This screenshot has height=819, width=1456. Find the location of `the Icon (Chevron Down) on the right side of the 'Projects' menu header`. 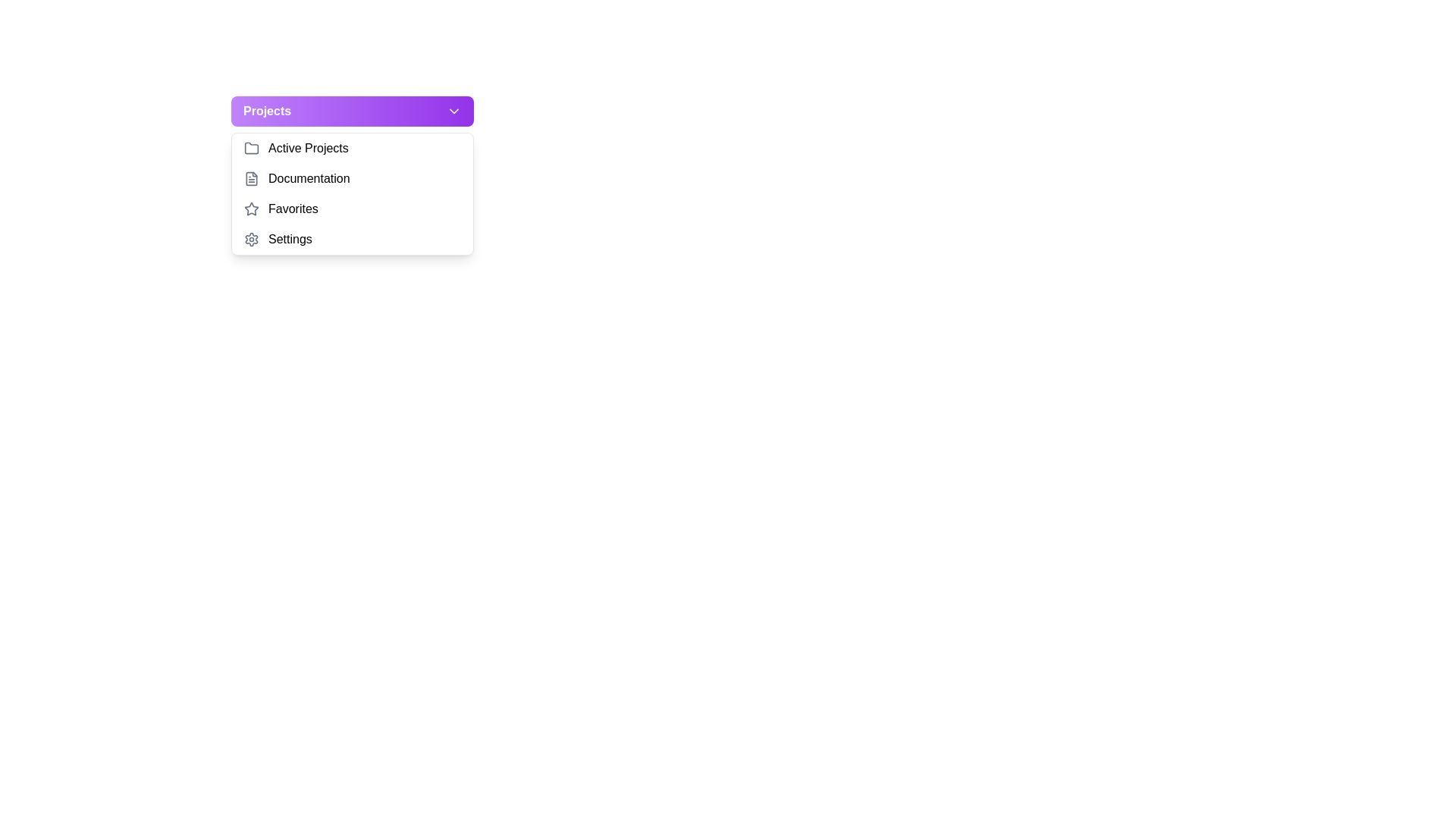

the Icon (Chevron Down) on the right side of the 'Projects' menu header is located at coordinates (453, 110).